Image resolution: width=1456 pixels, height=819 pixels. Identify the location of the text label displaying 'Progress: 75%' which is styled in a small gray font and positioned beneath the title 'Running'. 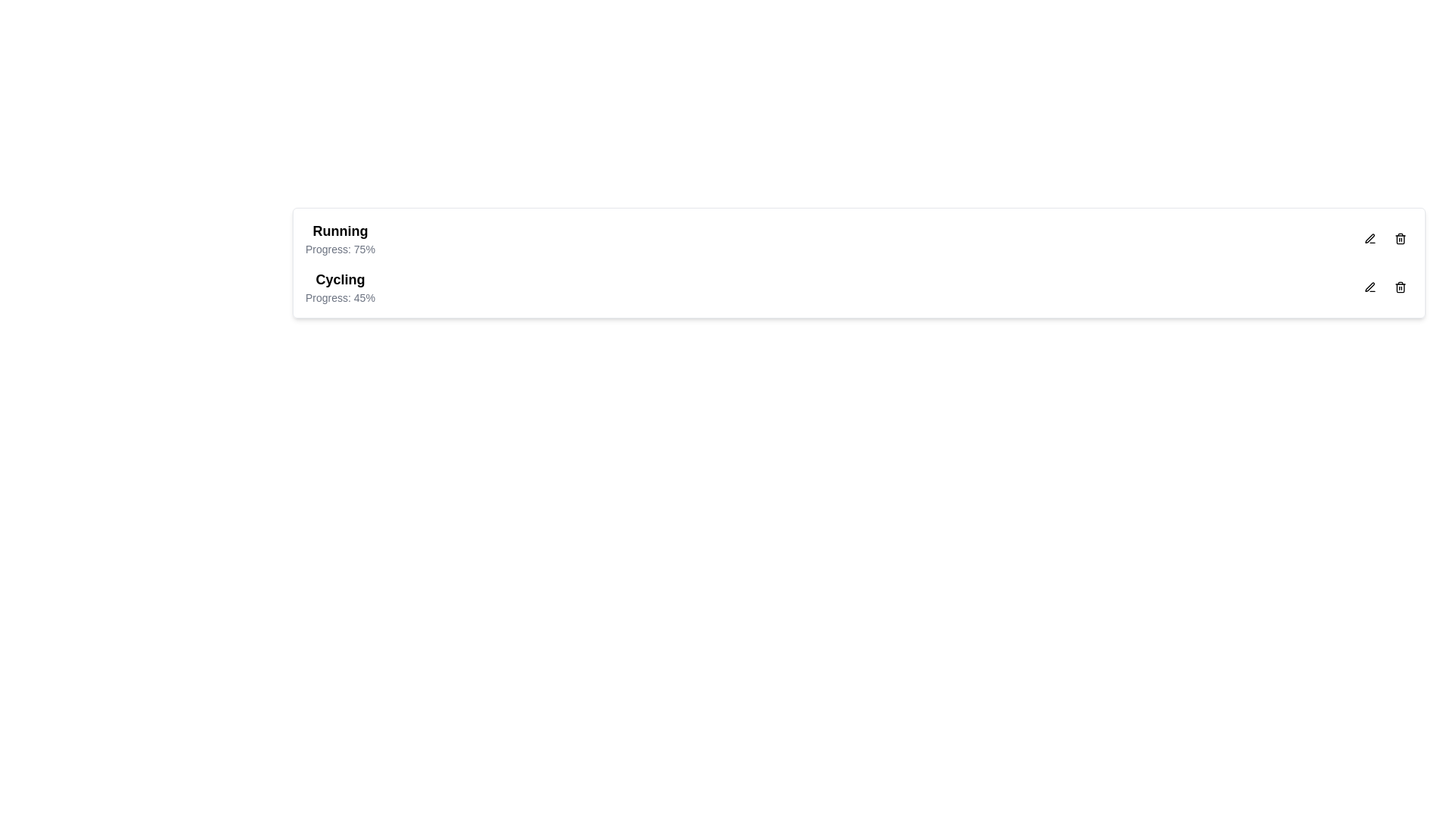
(339, 248).